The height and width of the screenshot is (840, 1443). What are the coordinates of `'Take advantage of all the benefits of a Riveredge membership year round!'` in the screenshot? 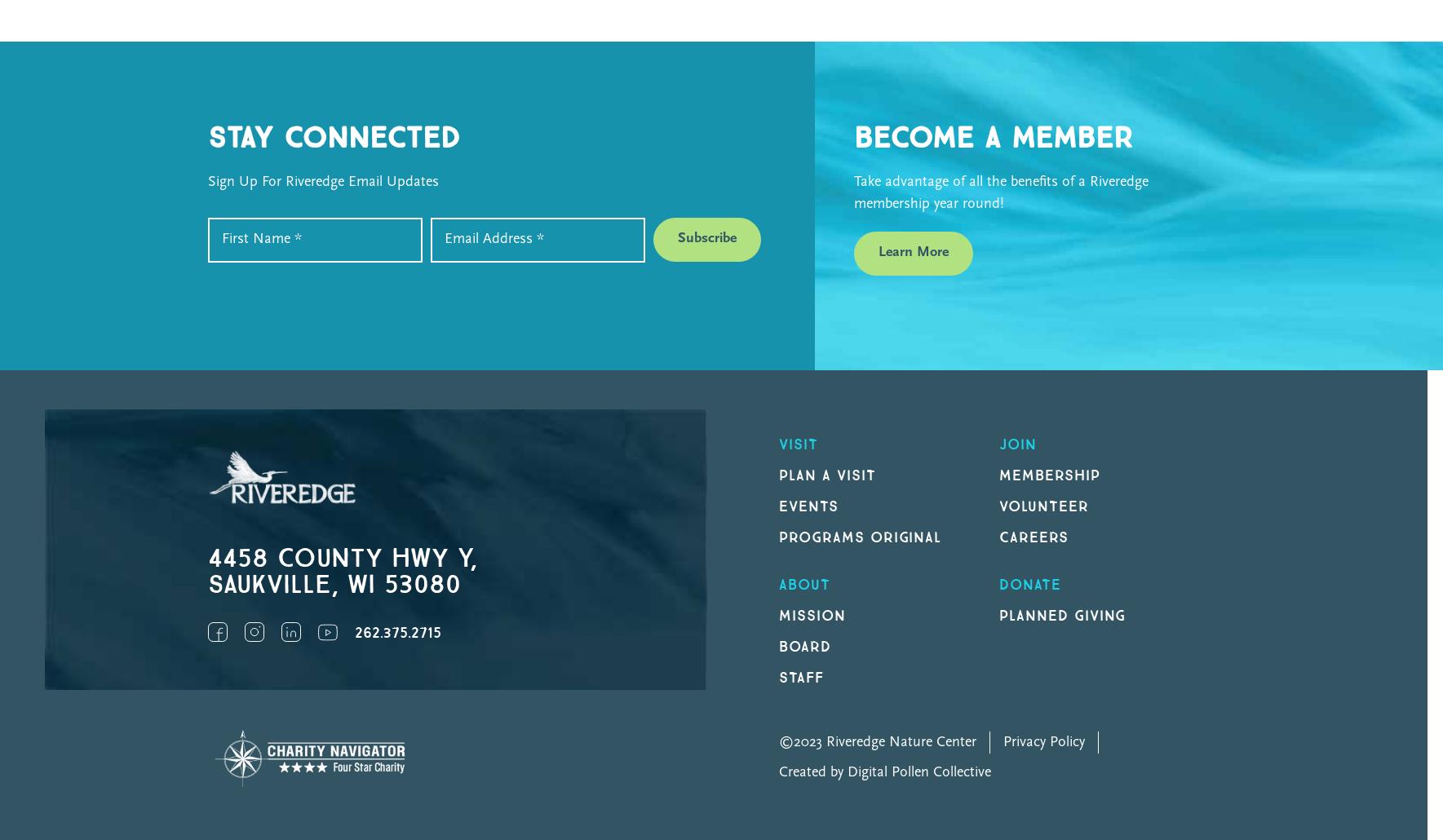 It's located at (1000, 193).